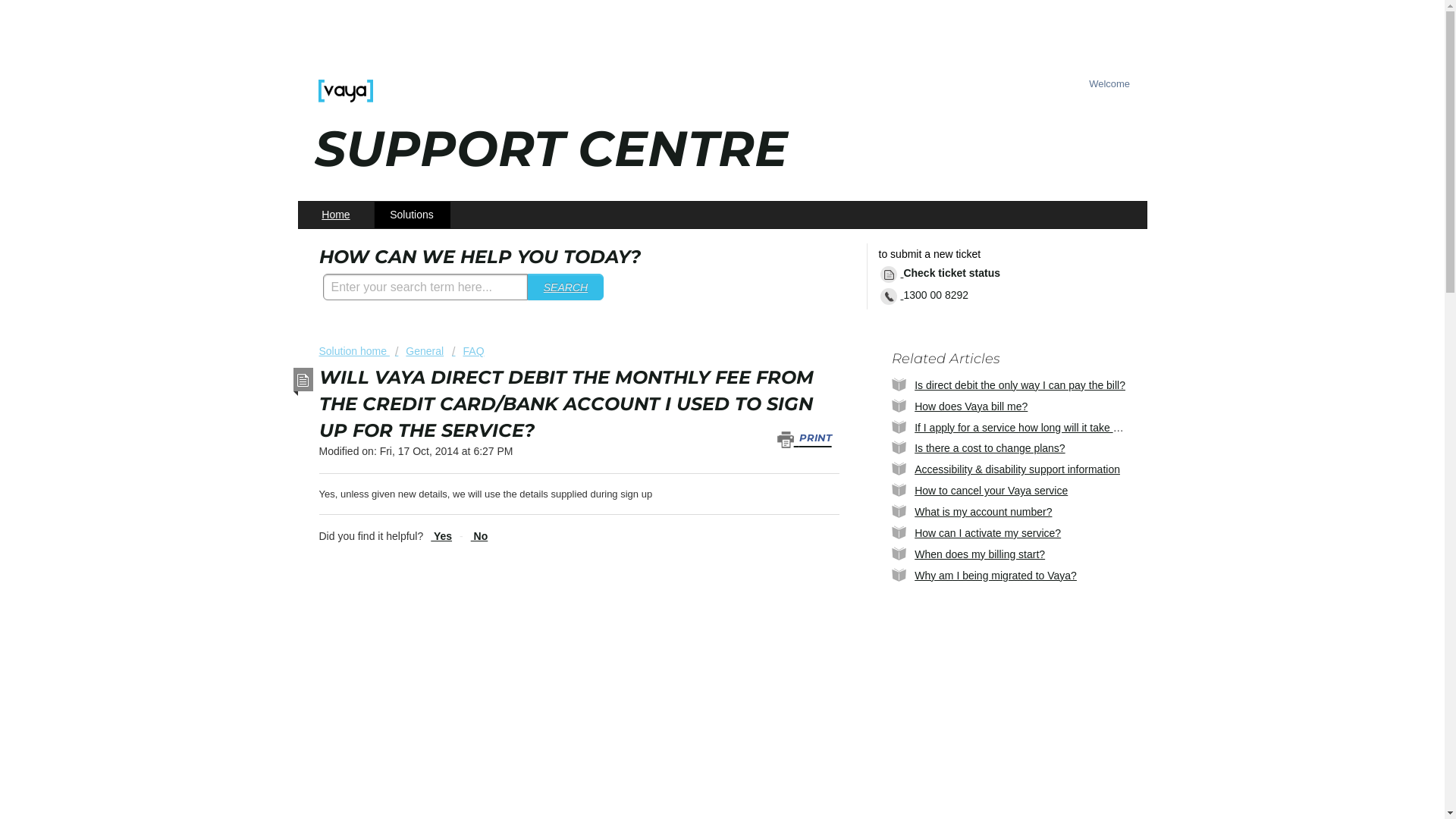  I want to click on 'FAQ', so click(450, 350).